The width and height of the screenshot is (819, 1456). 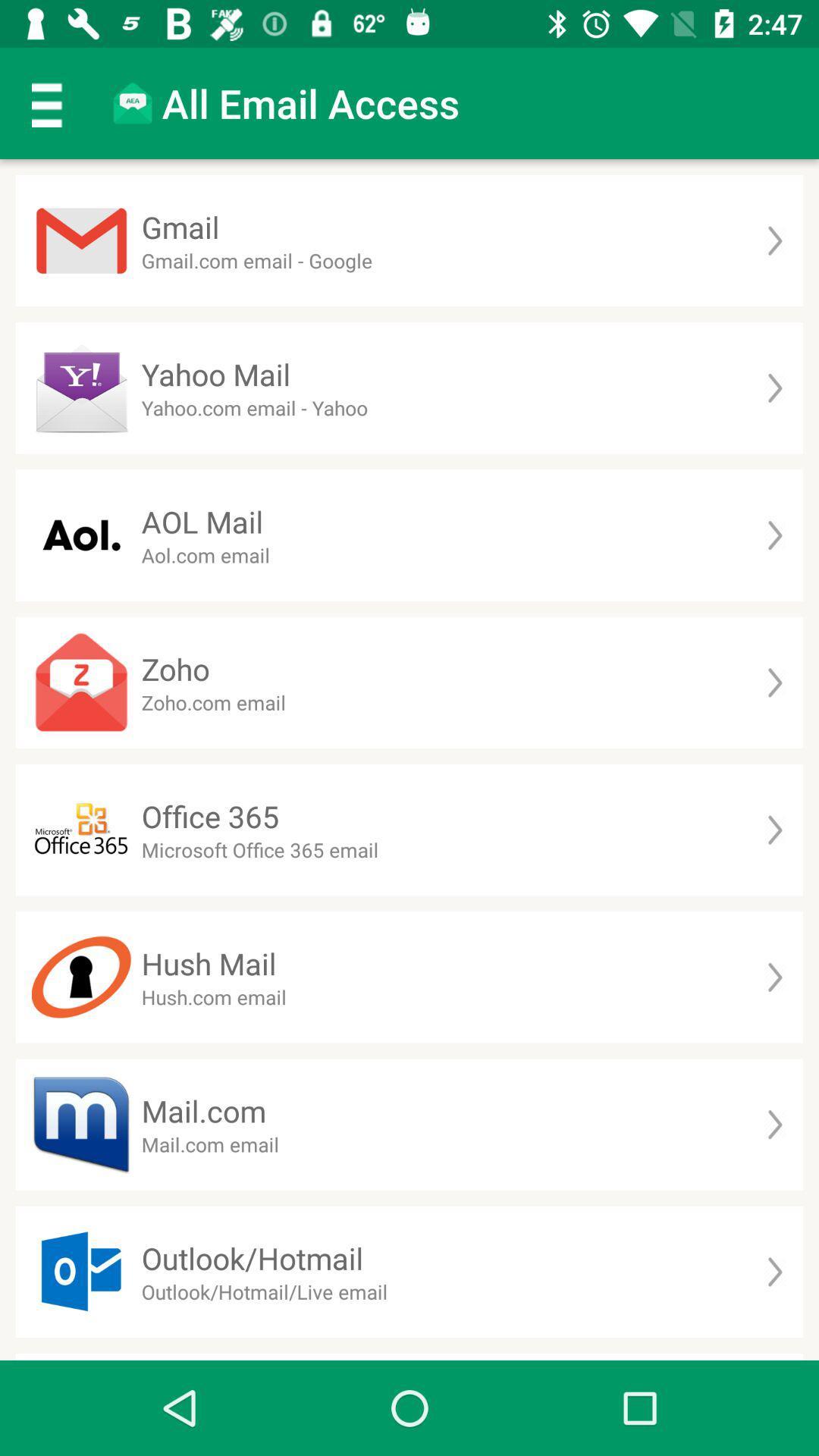 I want to click on hush mail item, so click(x=209, y=962).